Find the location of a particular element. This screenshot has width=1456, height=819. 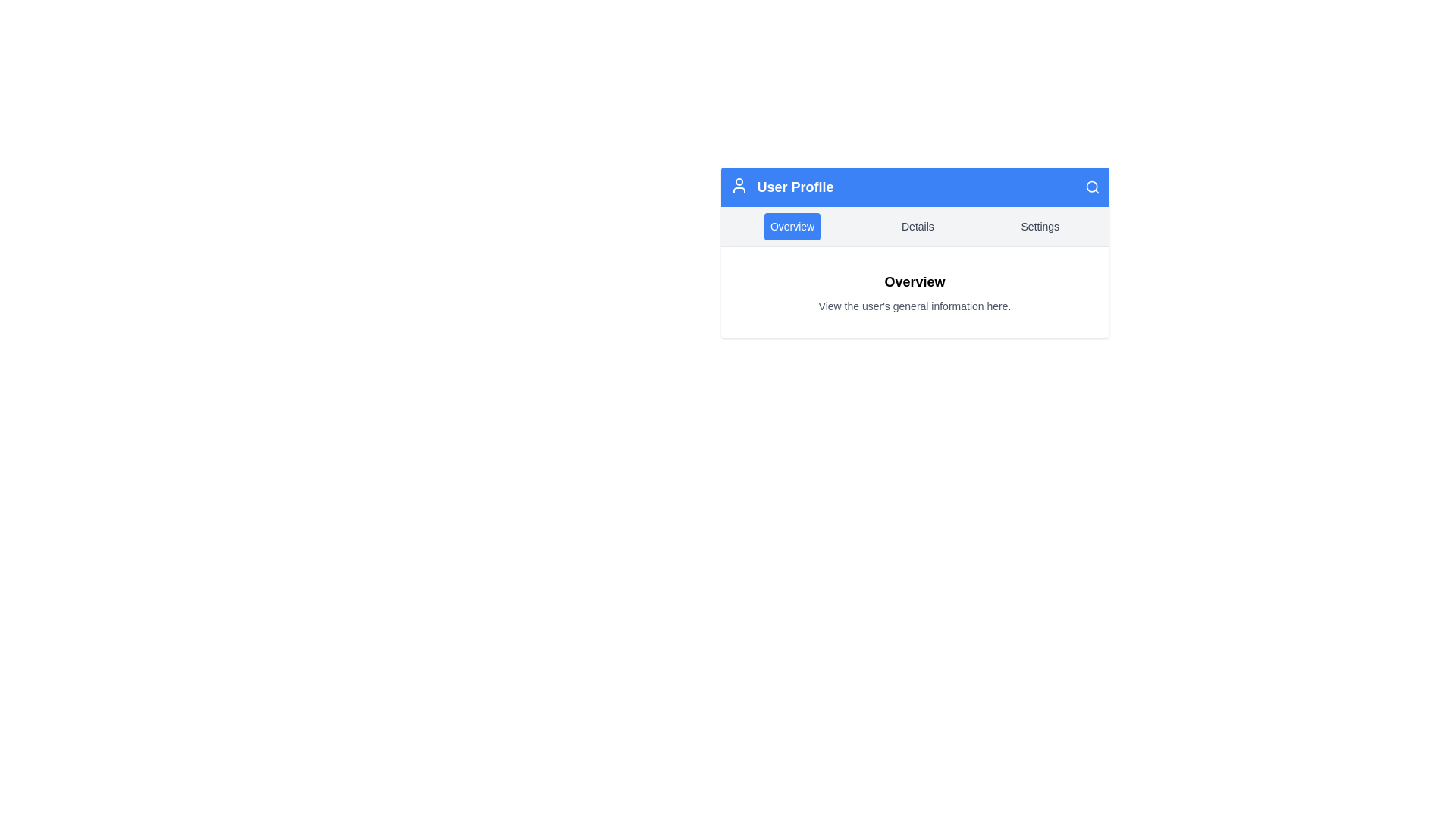

the title text indicating the user profile section, located between the user profile icon and the search icon at the top-center of the page is located at coordinates (795, 186).